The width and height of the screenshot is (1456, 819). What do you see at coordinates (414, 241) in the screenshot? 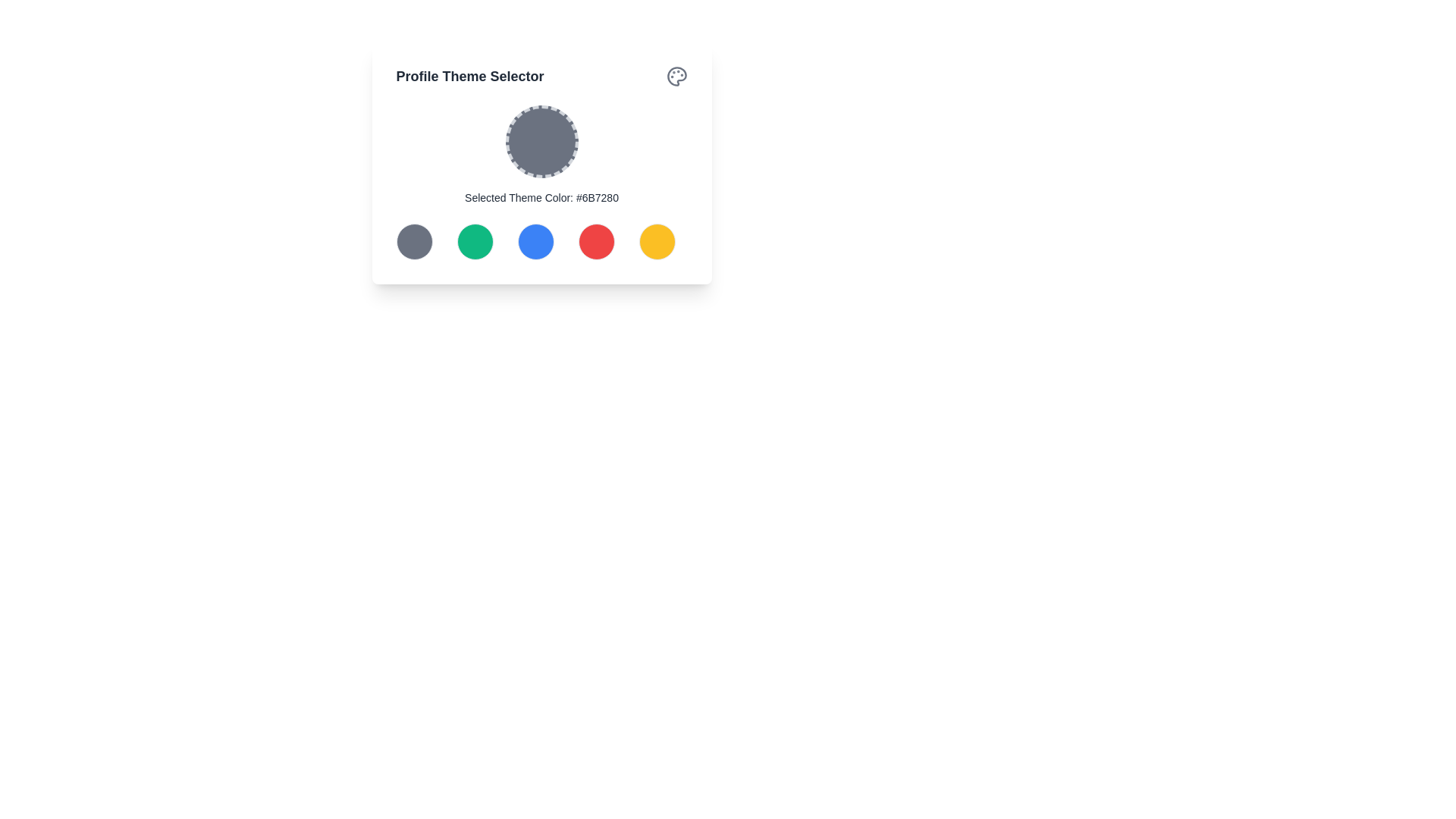
I see `the first circular button with a dark gray fill color in the 'Profile Theme Selector' panel` at bounding box center [414, 241].